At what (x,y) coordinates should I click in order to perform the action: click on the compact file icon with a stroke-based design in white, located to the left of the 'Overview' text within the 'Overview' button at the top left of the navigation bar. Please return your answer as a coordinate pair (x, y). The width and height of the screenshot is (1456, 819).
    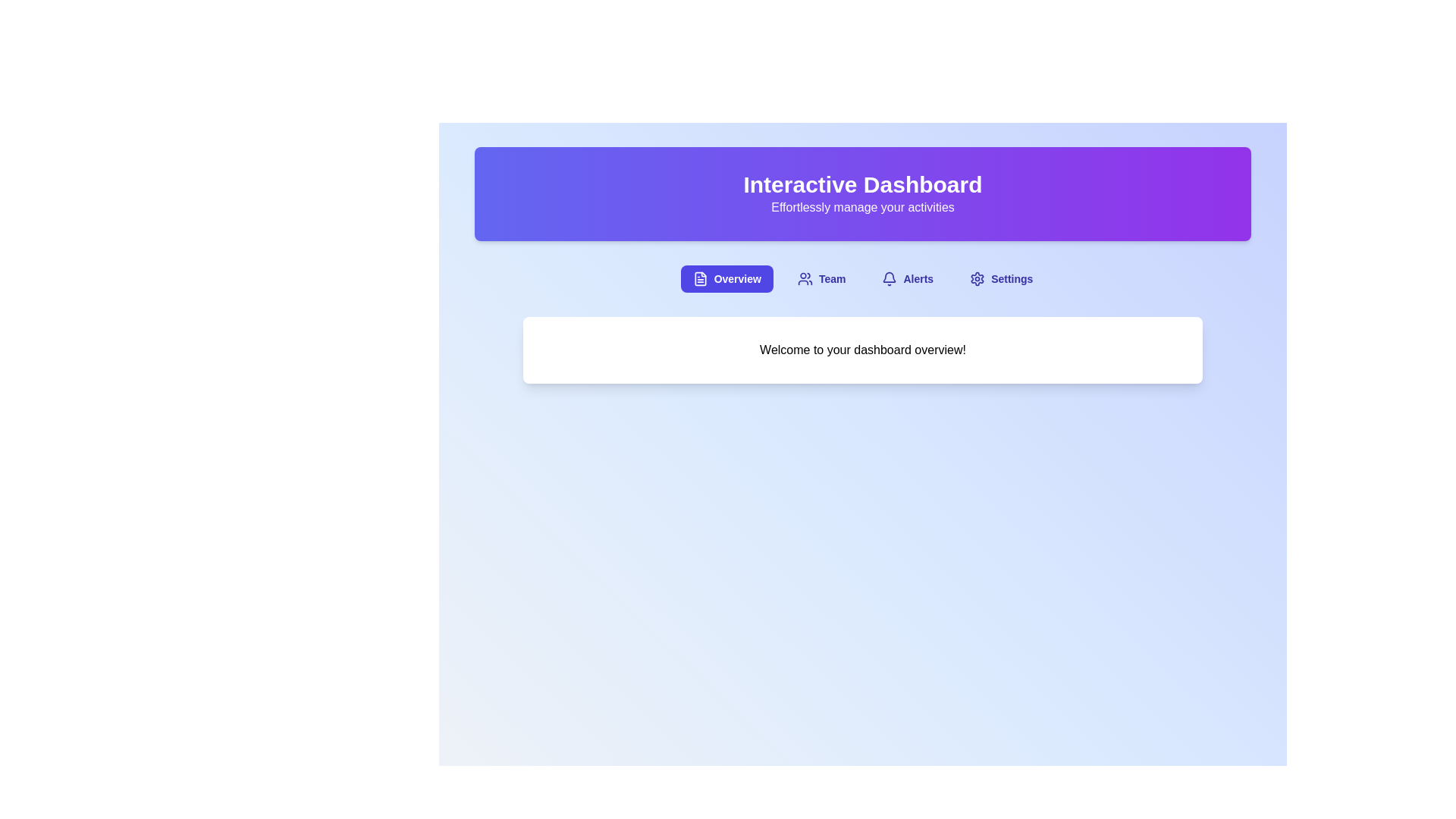
    Looking at the image, I should click on (699, 278).